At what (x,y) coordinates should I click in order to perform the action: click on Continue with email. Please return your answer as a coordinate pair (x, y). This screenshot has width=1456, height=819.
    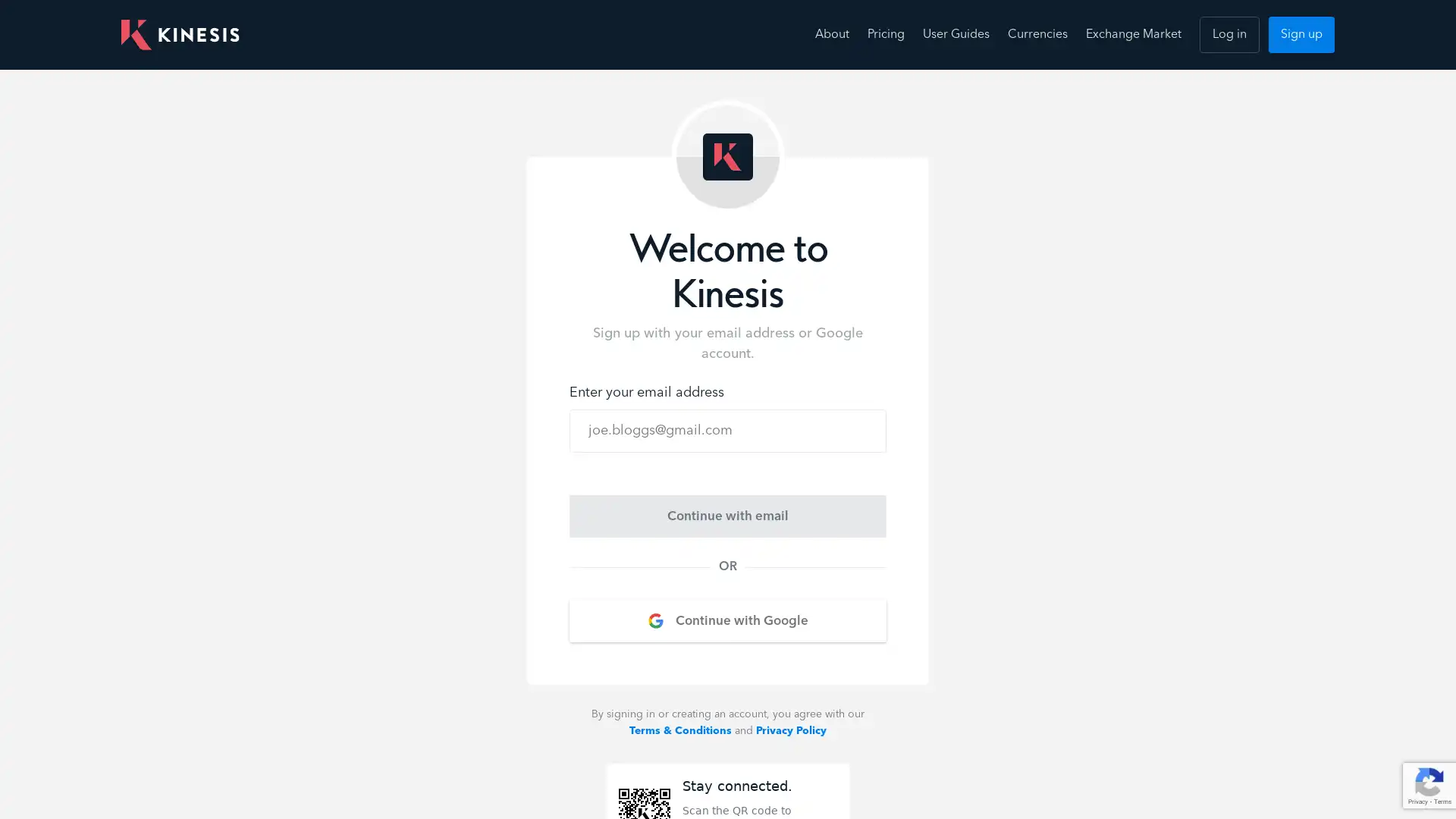
    Looking at the image, I should click on (728, 516).